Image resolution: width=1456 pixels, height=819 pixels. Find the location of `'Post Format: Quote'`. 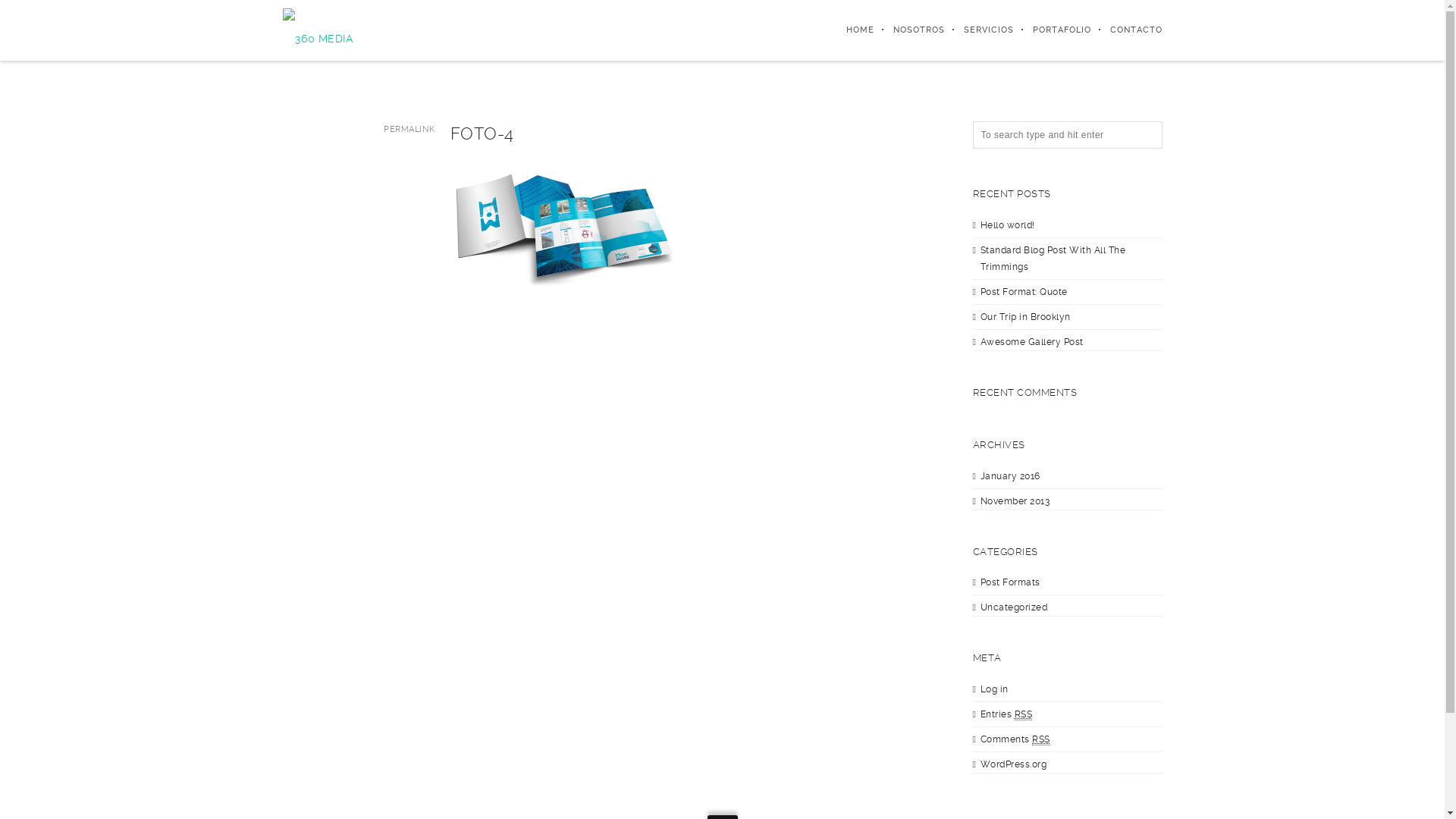

'Post Format: Quote' is located at coordinates (1023, 292).